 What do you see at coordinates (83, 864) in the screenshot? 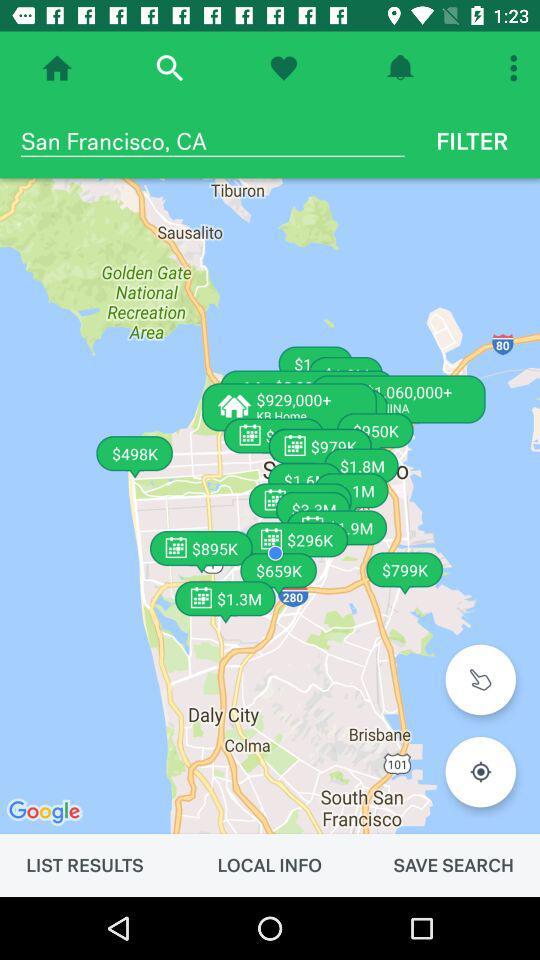
I see `item to the left of the local info` at bounding box center [83, 864].